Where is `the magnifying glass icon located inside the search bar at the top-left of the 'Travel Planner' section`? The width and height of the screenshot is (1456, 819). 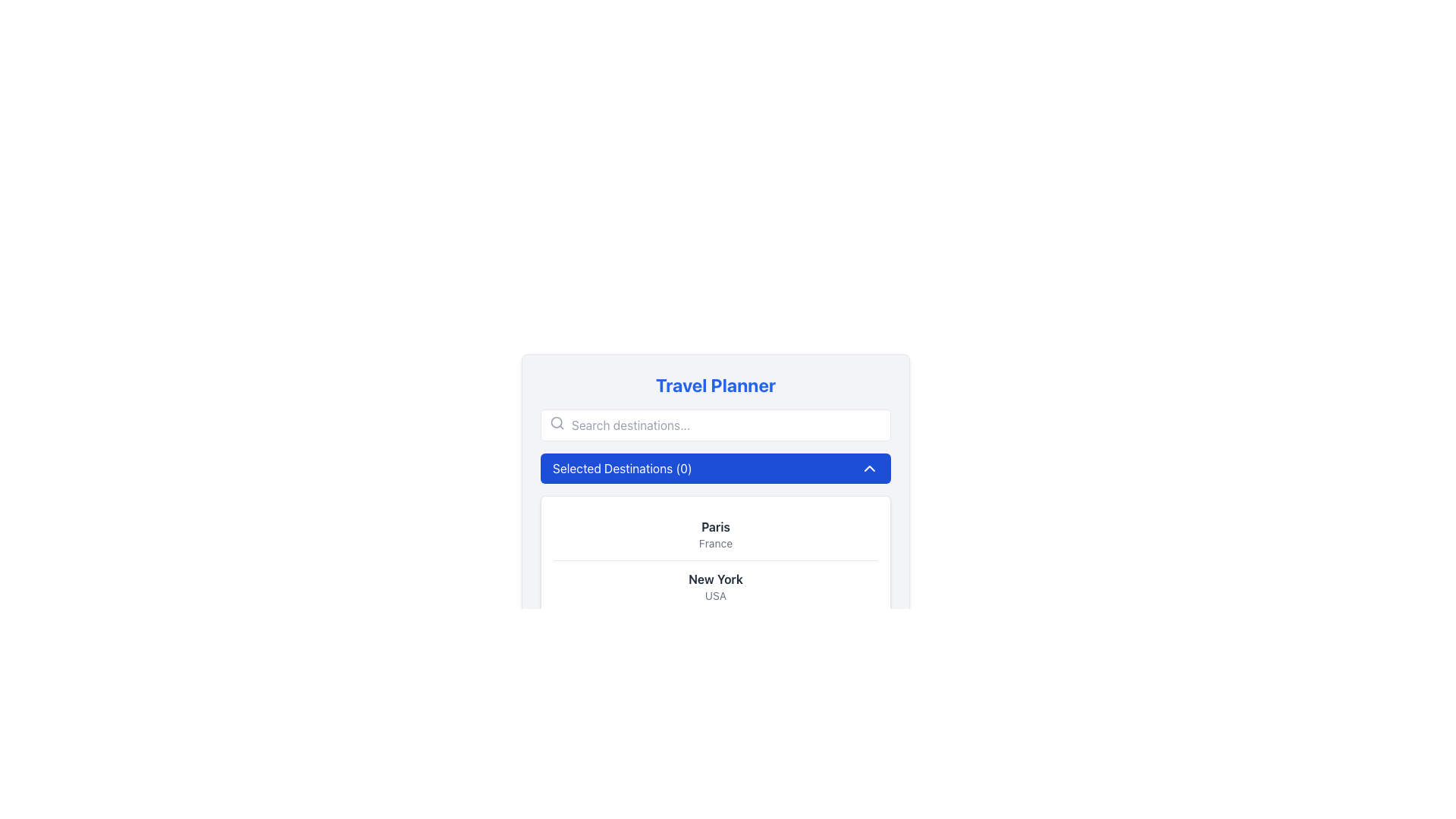
the magnifying glass icon located inside the search bar at the top-left of the 'Travel Planner' section is located at coordinates (556, 423).